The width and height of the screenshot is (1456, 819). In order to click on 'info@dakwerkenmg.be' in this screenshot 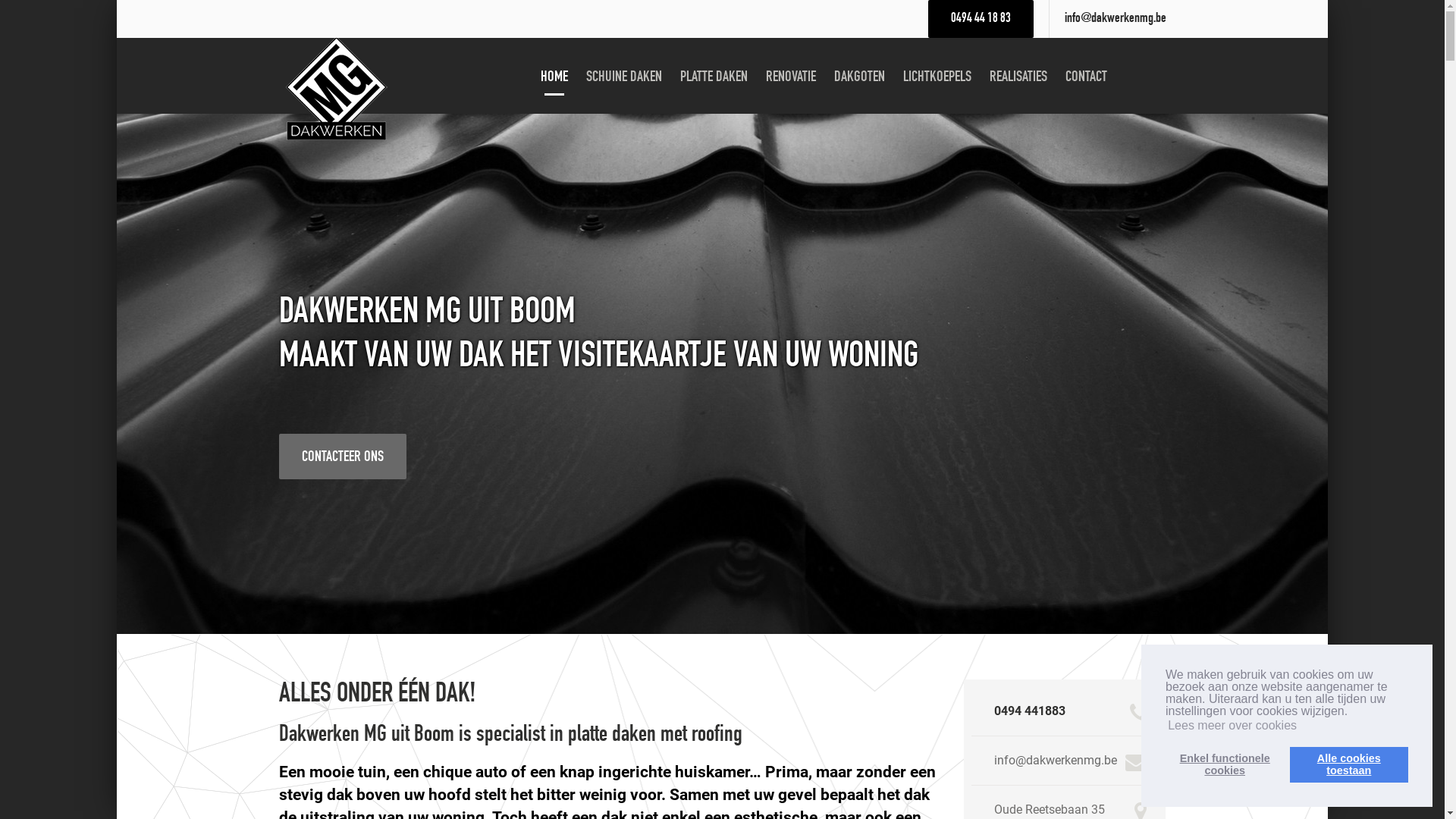, I will do `click(1115, 18)`.